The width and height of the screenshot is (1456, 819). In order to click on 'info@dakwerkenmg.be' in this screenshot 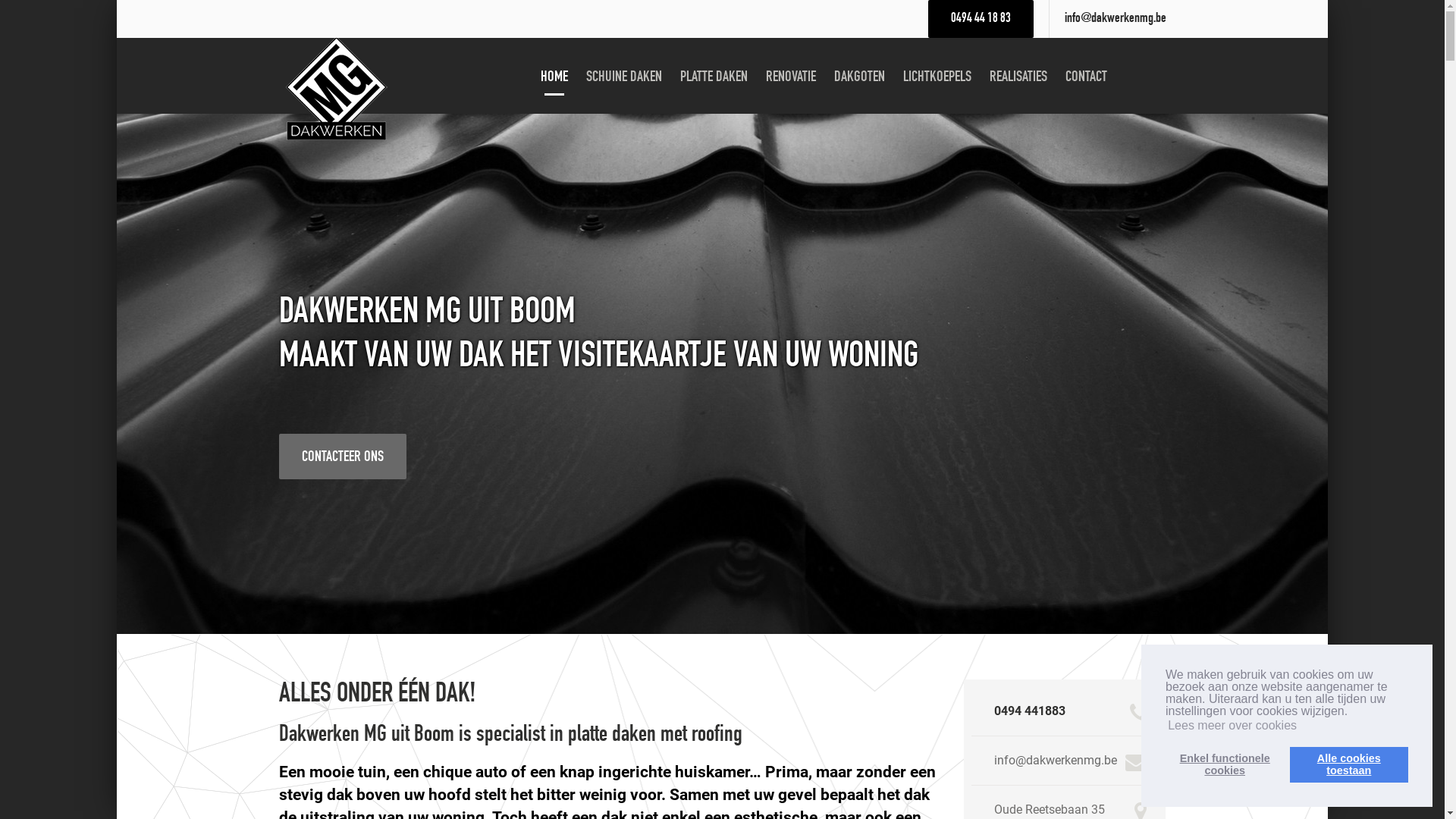, I will do `click(1115, 18)`.